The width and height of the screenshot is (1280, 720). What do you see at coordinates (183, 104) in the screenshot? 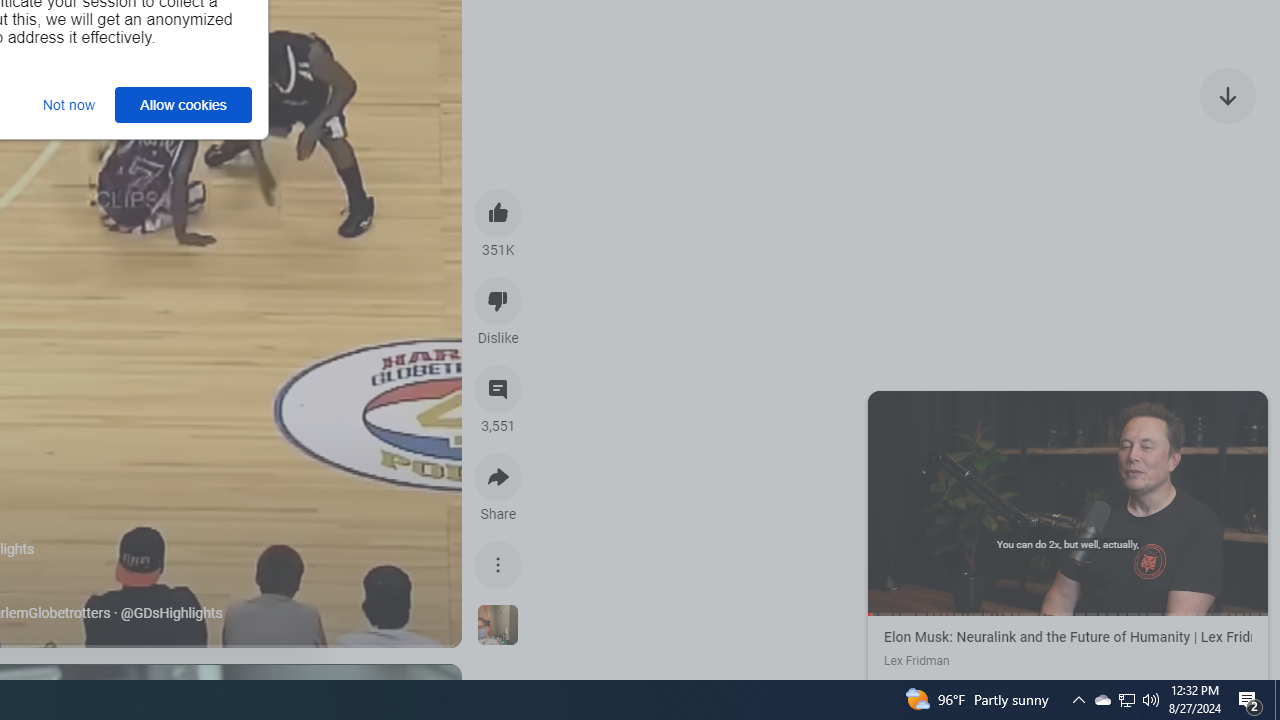
I see `'Allow cookies'` at bounding box center [183, 104].